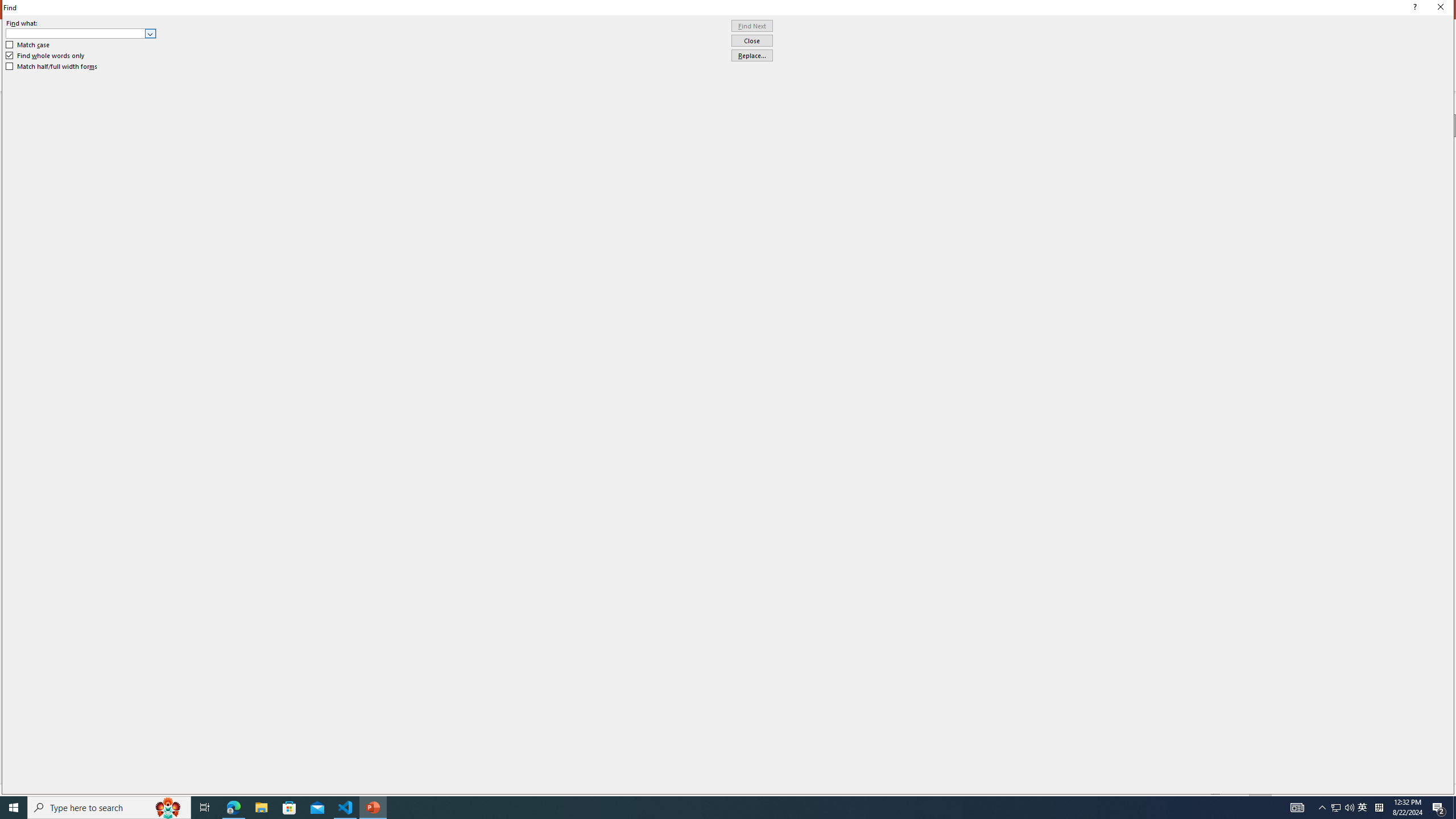  Describe the element at coordinates (45, 55) in the screenshot. I see `'Find whole words only'` at that location.